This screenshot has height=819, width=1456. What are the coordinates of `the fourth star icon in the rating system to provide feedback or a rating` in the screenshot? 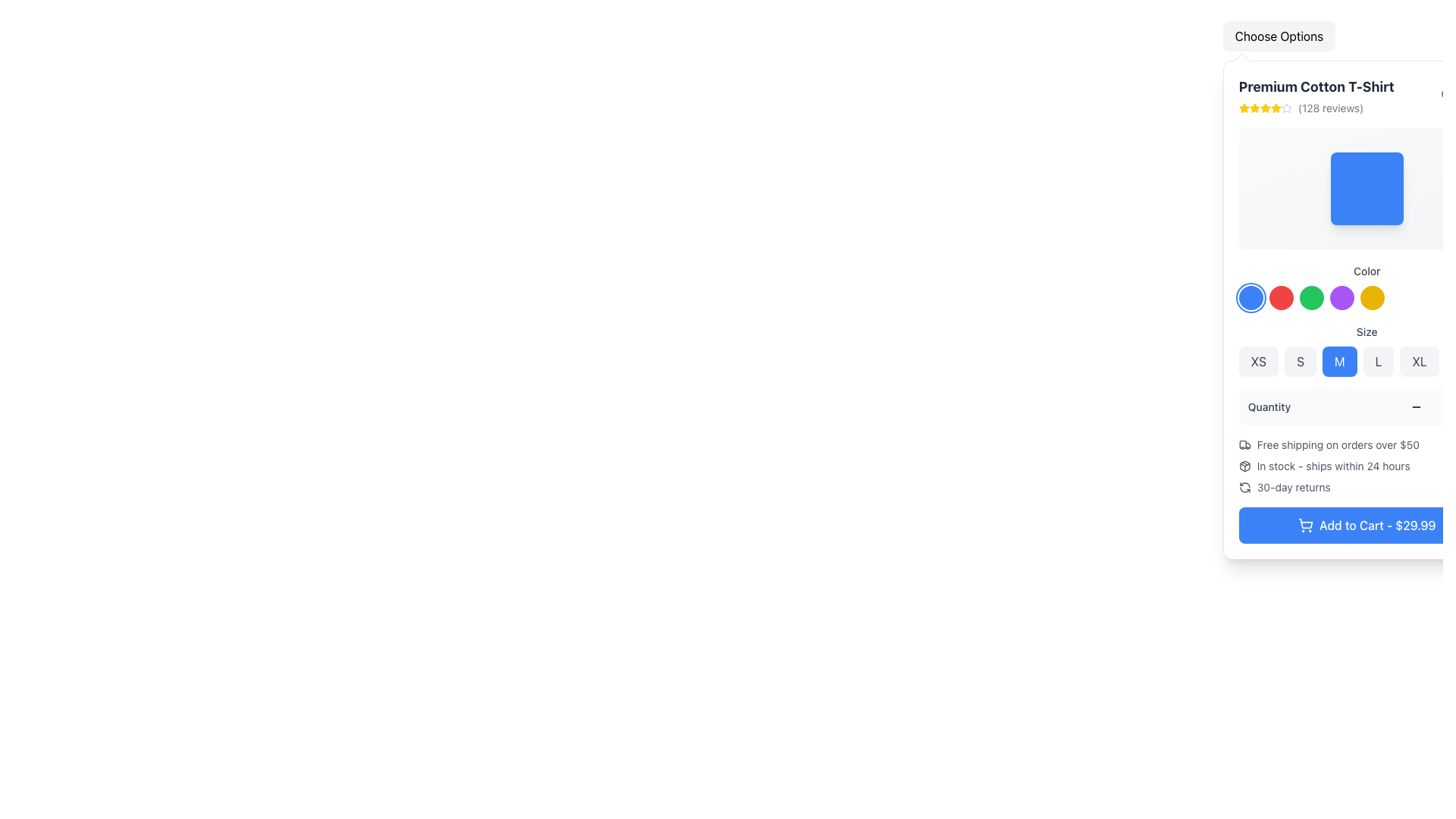 It's located at (1265, 107).